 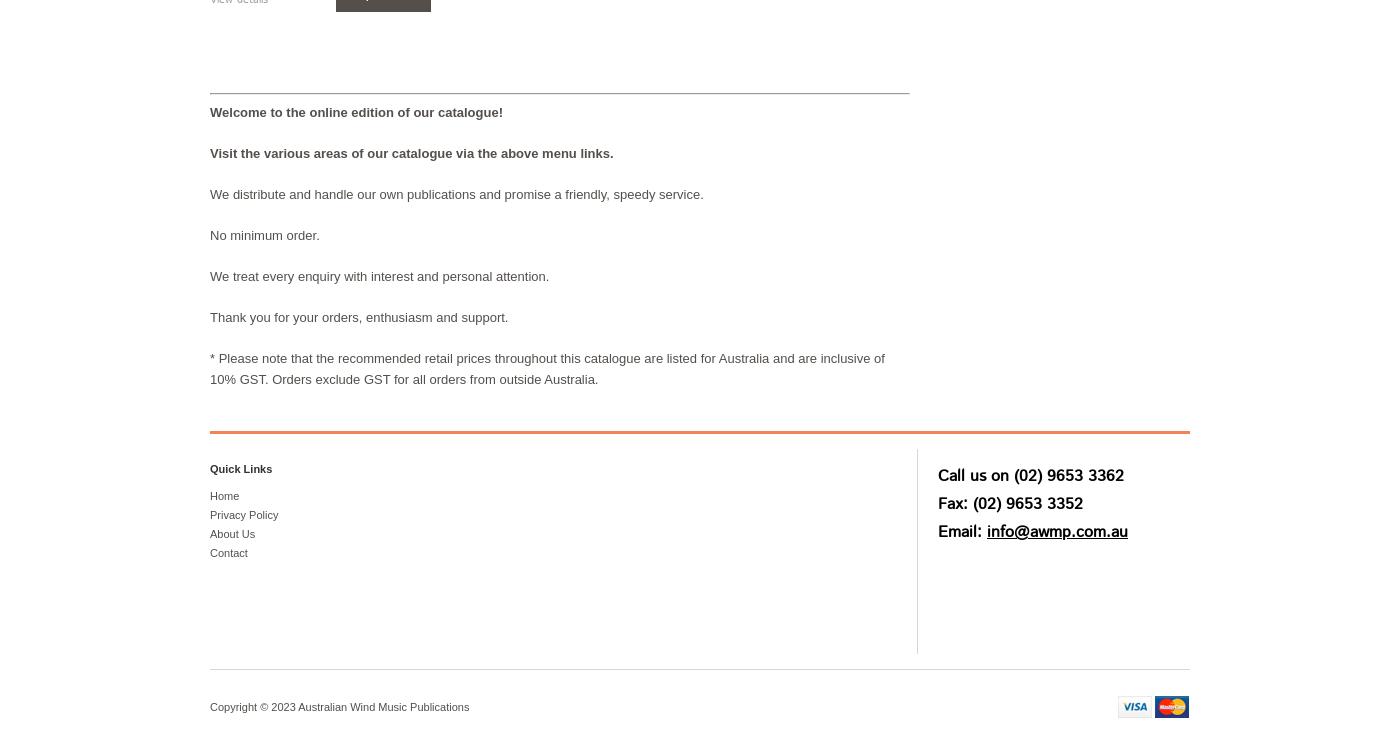 I want to click on 'Privacy Policy', so click(x=244, y=513).